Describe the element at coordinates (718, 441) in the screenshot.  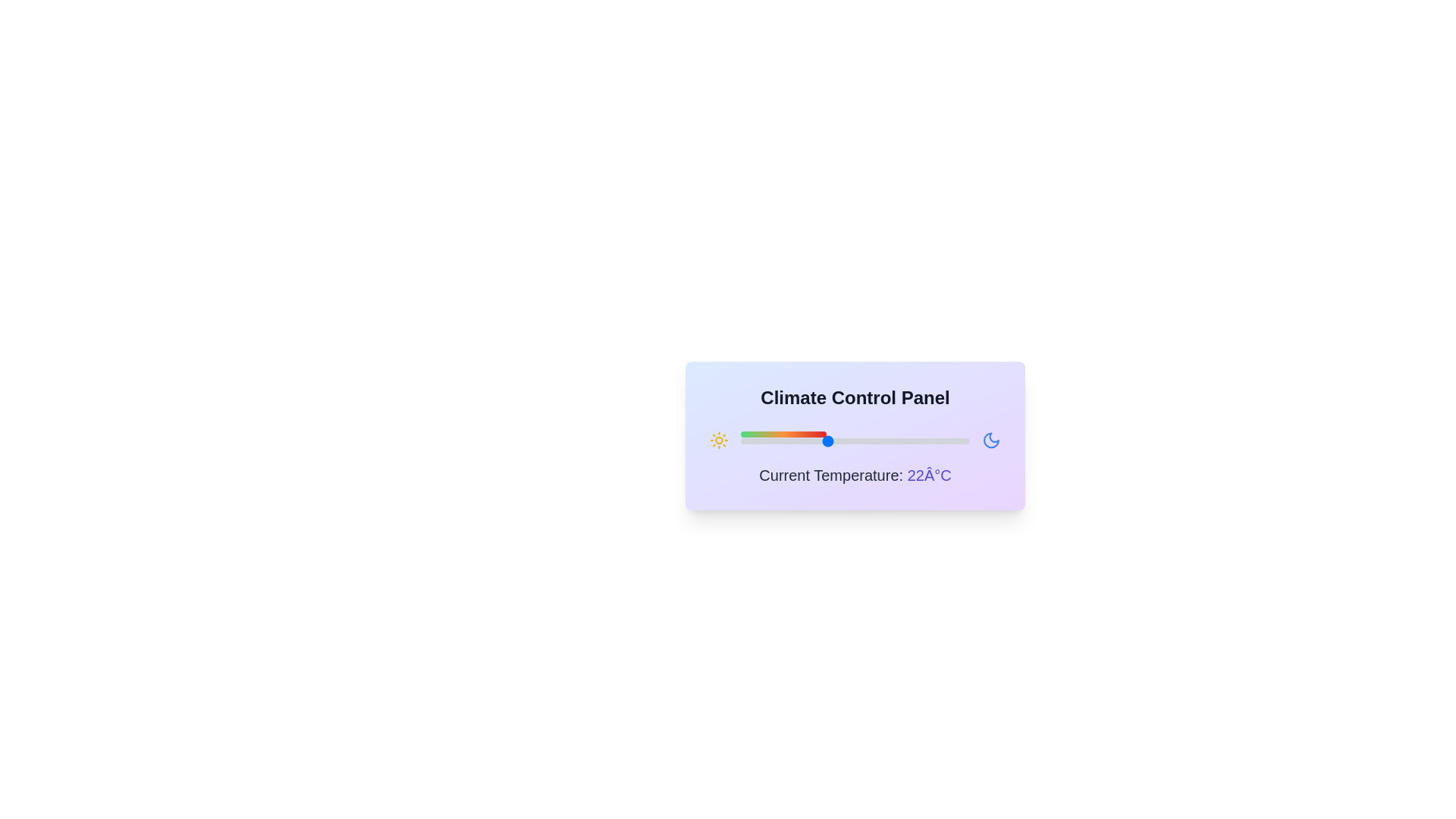
I see `the daylight or brightness icon located in the leftmost section of the control panel` at that location.